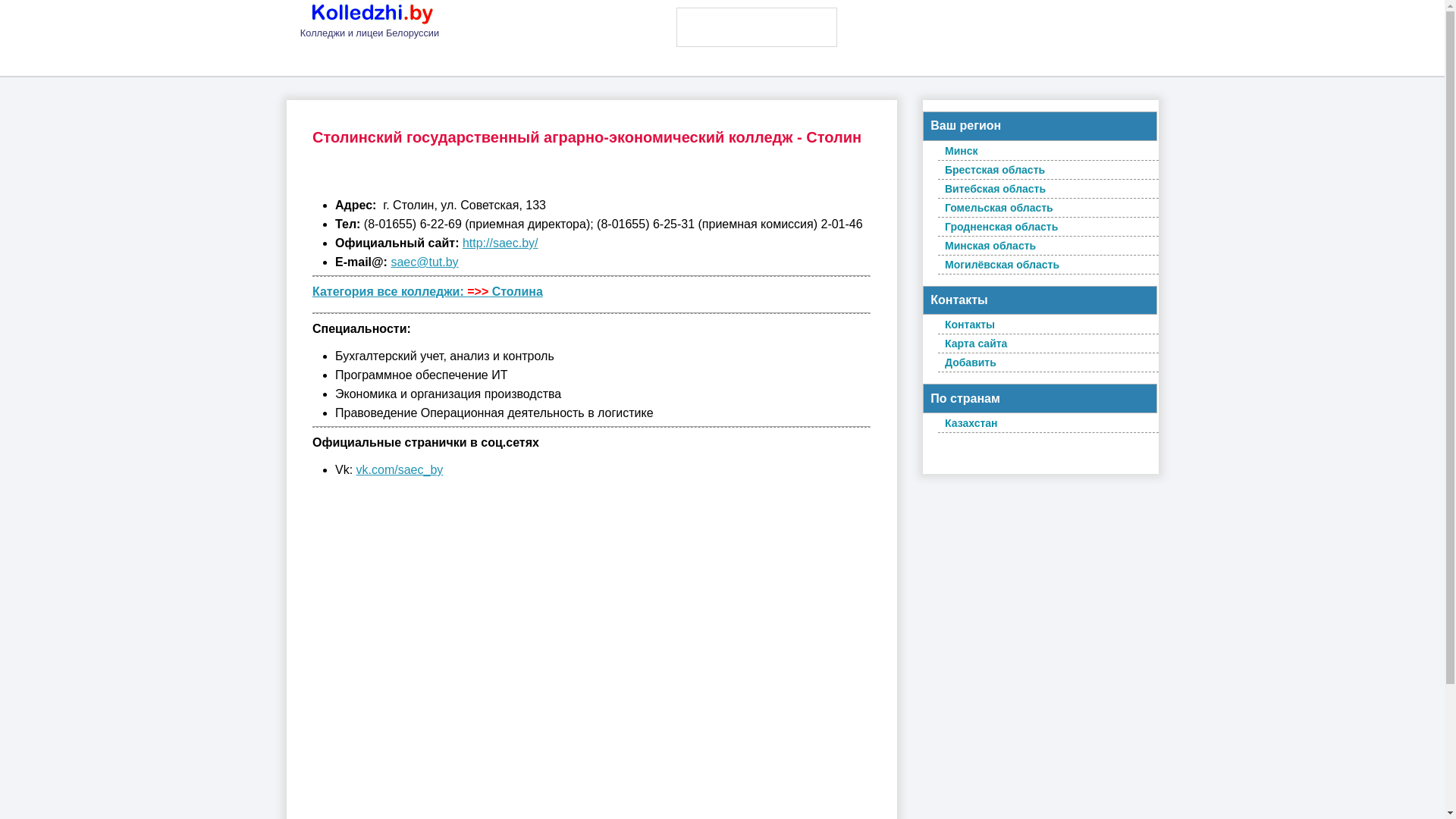 The image size is (1456, 819). I want to click on 'vk.com/saec_by', so click(400, 469).